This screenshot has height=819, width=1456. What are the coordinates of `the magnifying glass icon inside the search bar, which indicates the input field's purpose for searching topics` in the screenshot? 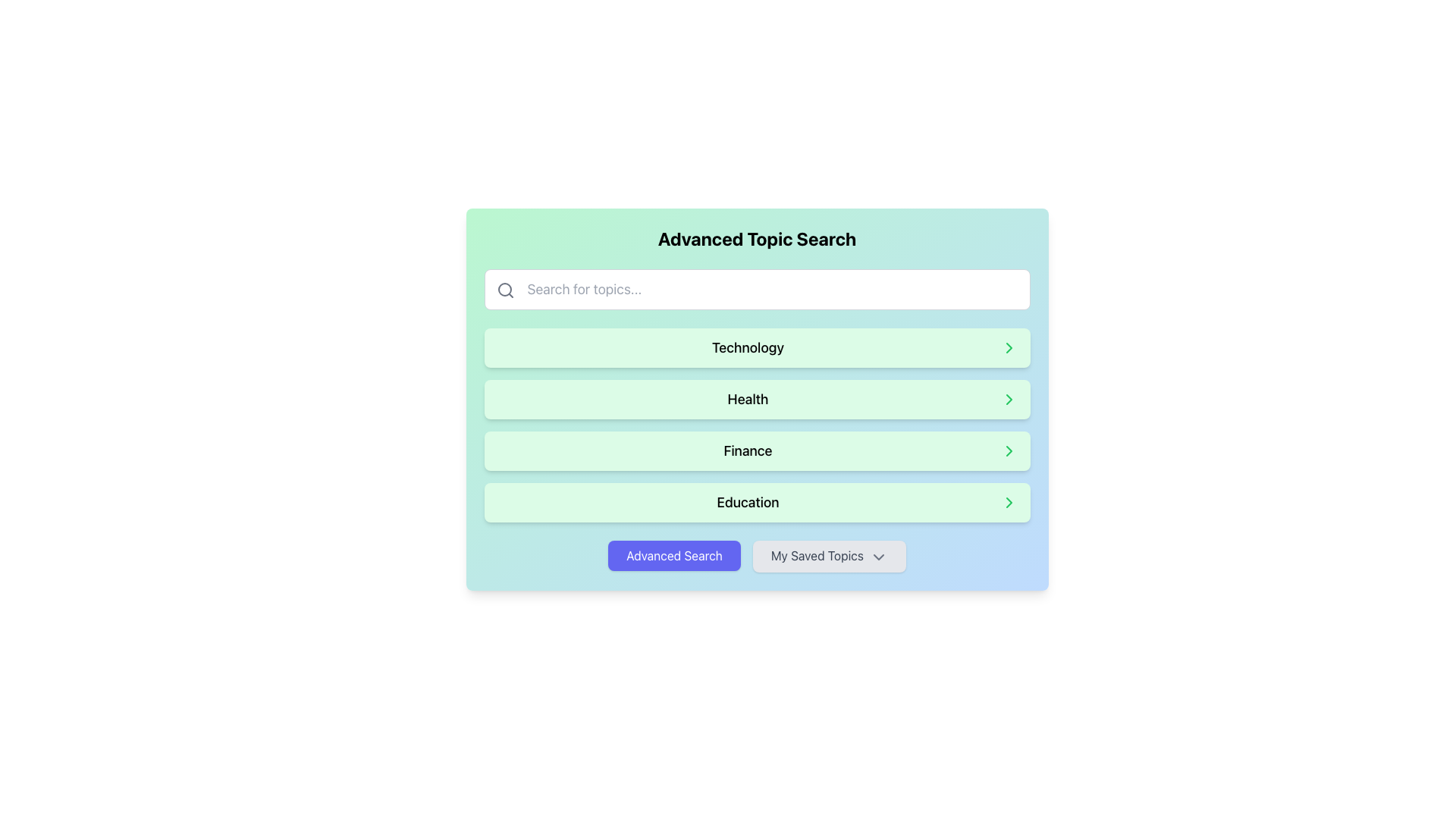 It's located at (505, 290).